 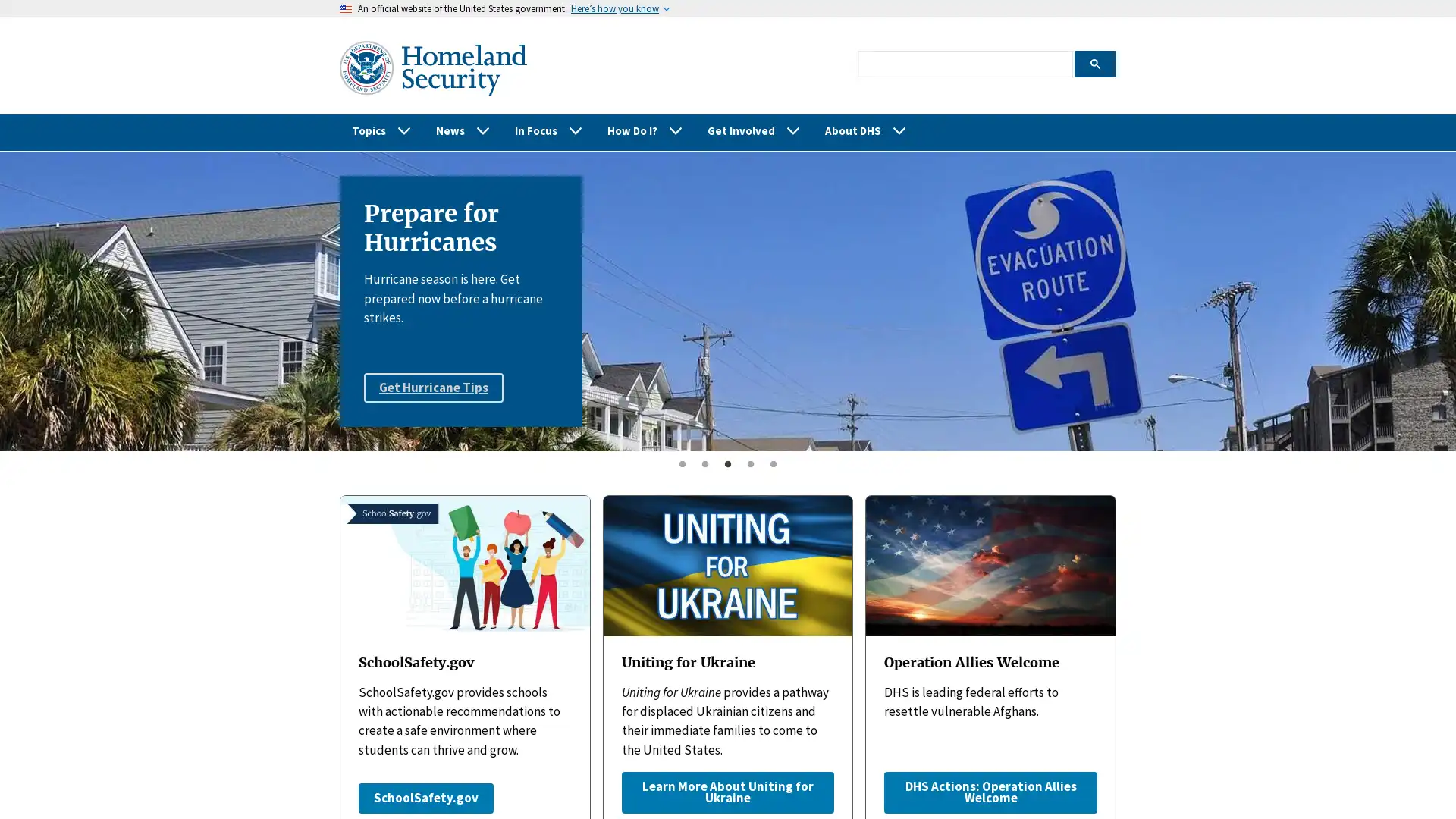 I want to click on search, so click(x=1094, y=62).